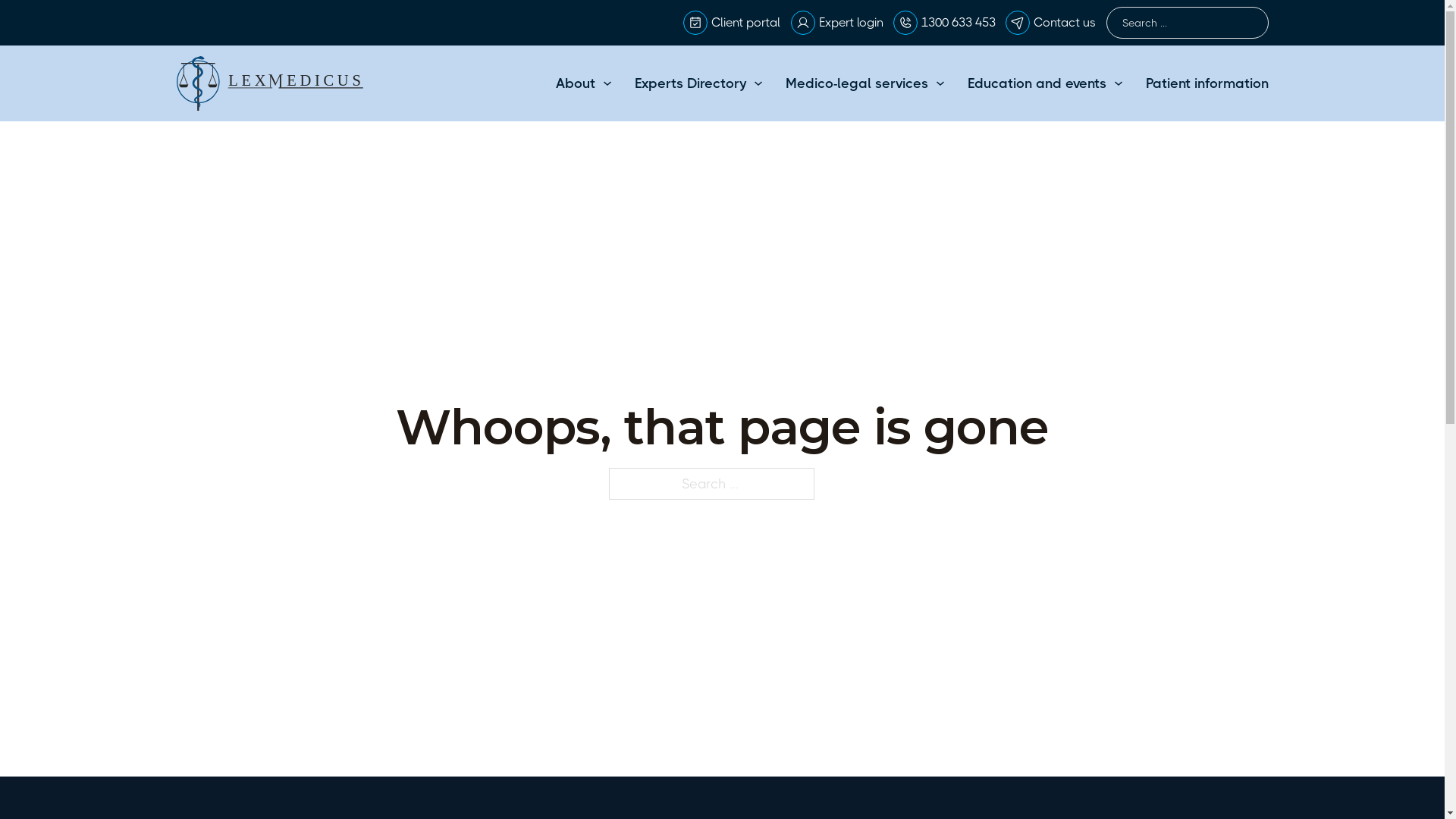 Image resolution: width=1456 pixels, height=819 pixels. Describe the element at coordinates (1036, 83) in the screenshot. I see `'Education and events'` at that location.